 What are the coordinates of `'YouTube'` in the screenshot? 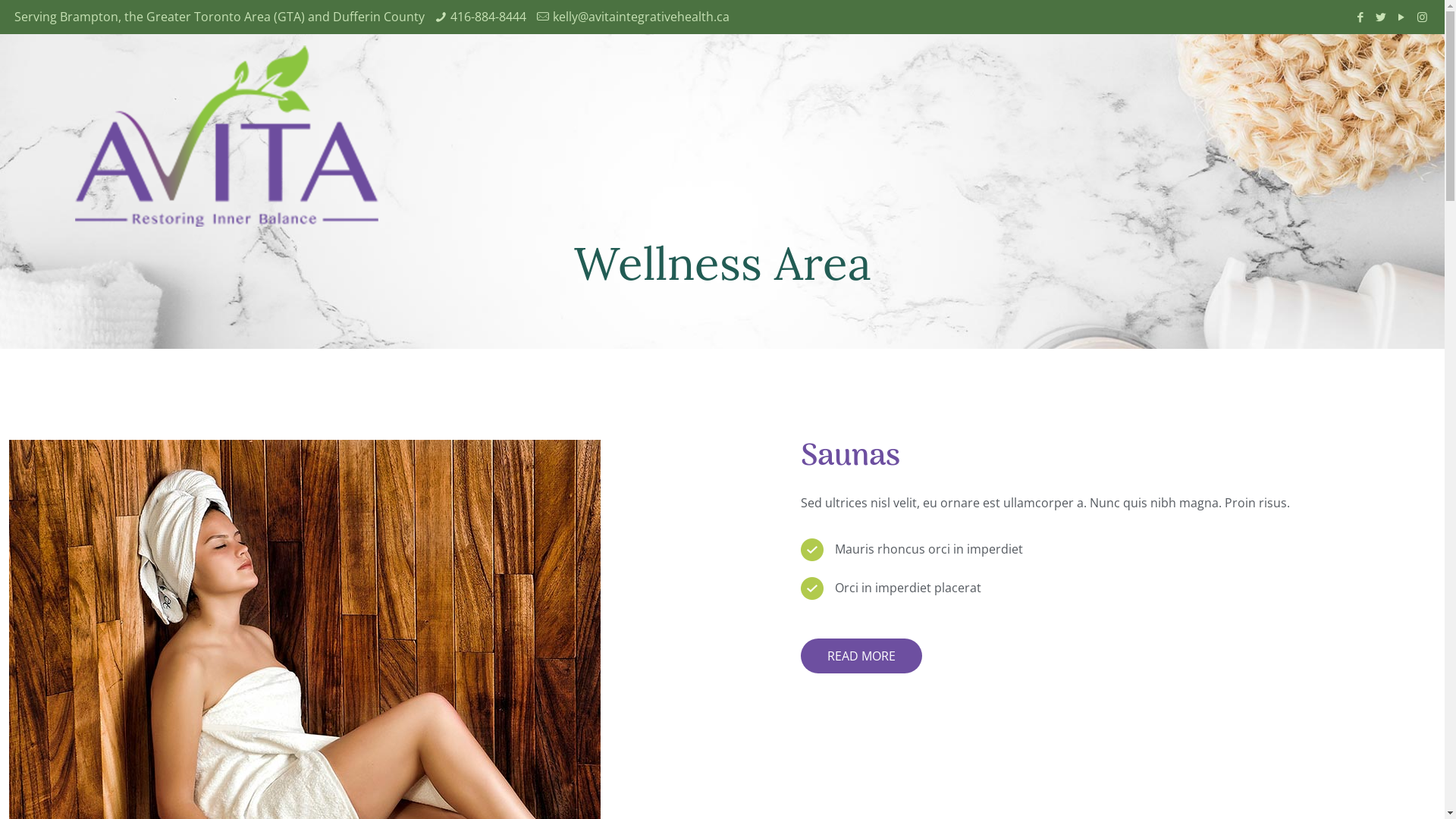 It's located at (1401, 17).